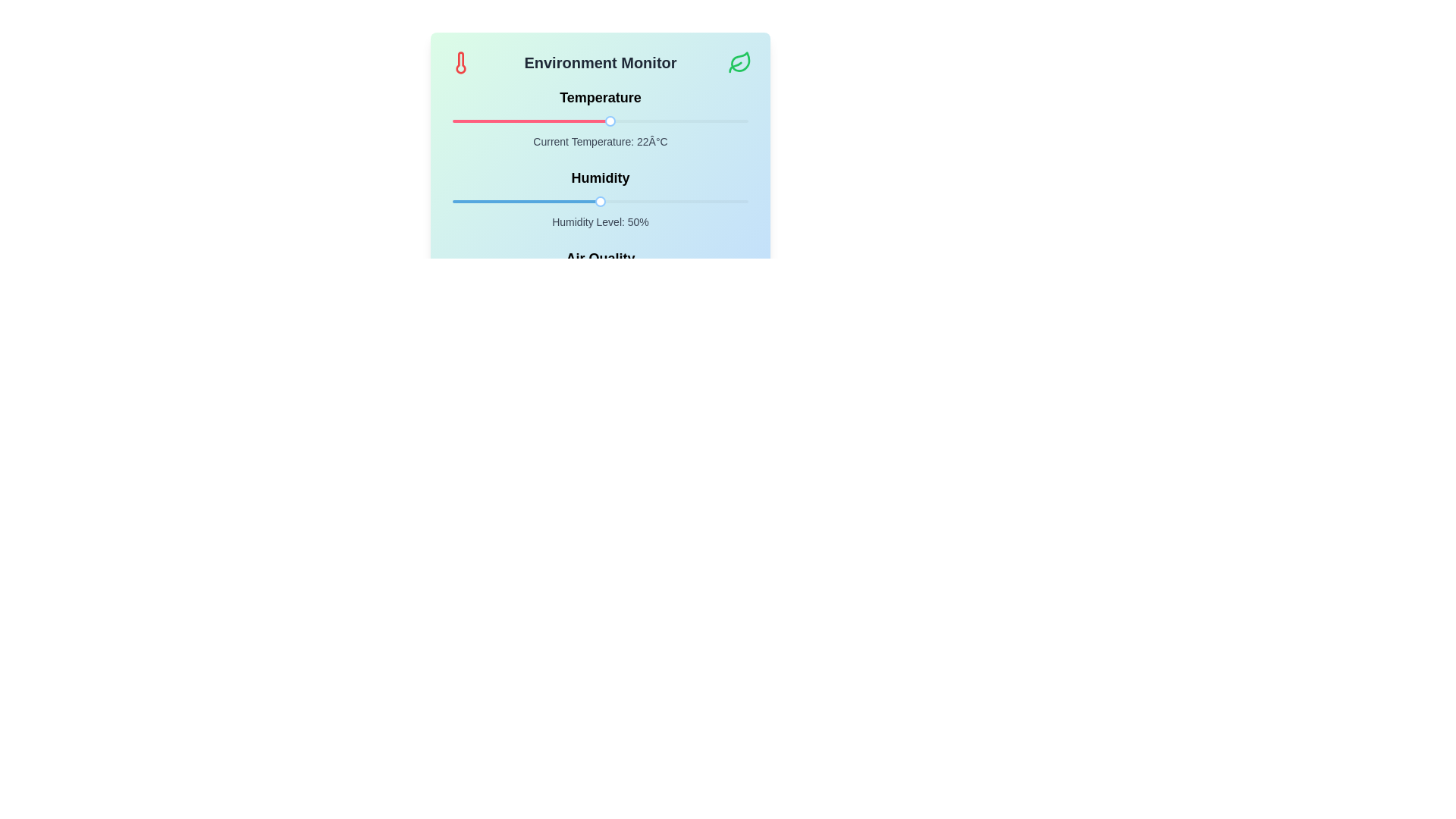 Image resolution: width=1456 pixels, height=819 pixels. What do you see at coordinates (526, 201) in the screenshot?
I see `the displayed value on the interactive graphical bar within the slider, which visually represents a completed portion indicating 50%` at bounding box center [526, 201].